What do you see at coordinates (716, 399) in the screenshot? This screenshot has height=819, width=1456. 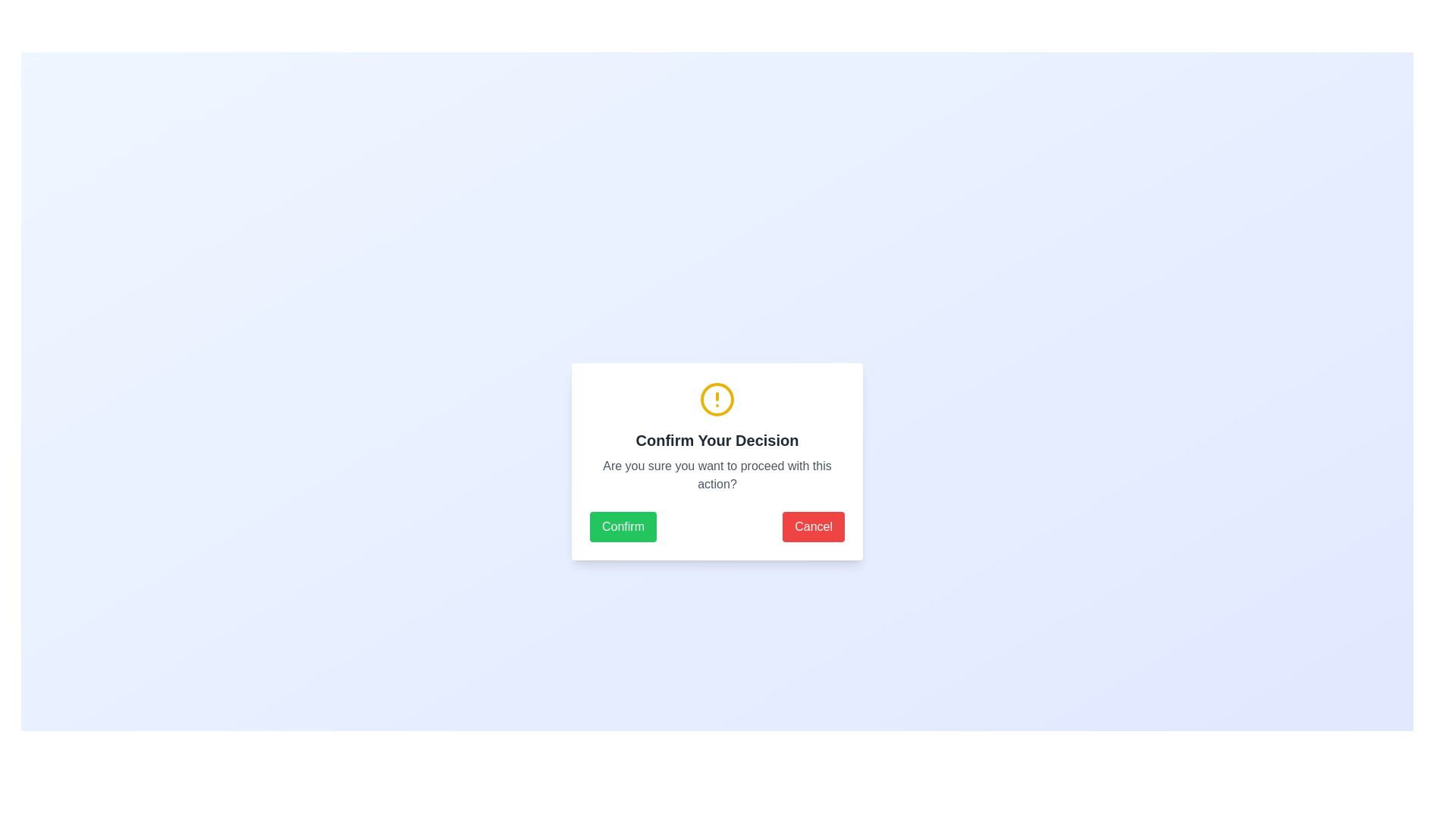 I see `the alert icon, which is a circular icon with a yellow outline and an exclamation mark in the center, located at the top of the modal pop-up above the text 'Confirm Your Decision'` at bounding box center [716, 399].